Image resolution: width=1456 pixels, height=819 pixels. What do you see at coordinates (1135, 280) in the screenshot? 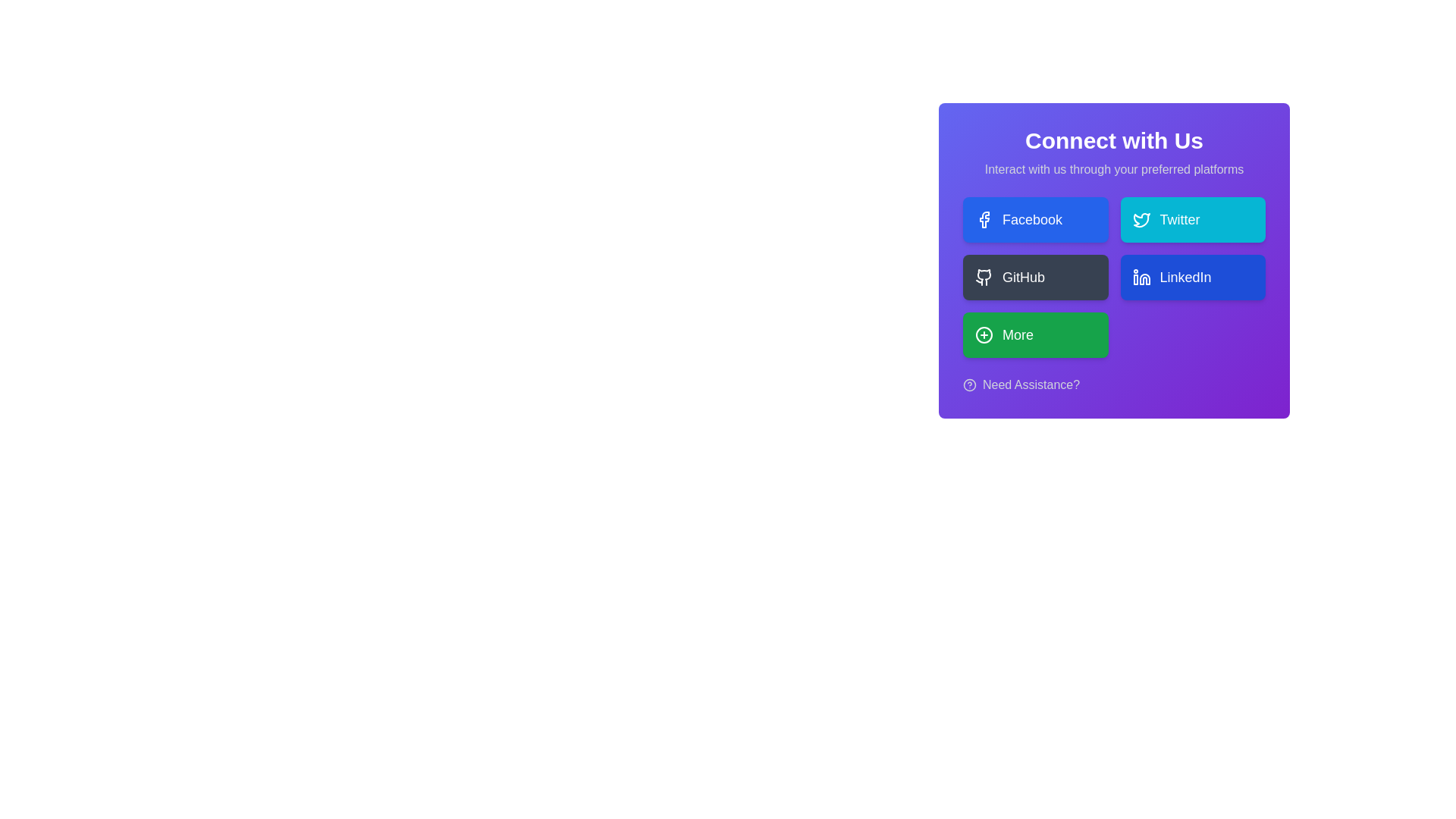
I see `the vertical rectangle within the LinkedIn icon located in the third column of the second row of the platform selection panel` at bounding box center [1135, 280].